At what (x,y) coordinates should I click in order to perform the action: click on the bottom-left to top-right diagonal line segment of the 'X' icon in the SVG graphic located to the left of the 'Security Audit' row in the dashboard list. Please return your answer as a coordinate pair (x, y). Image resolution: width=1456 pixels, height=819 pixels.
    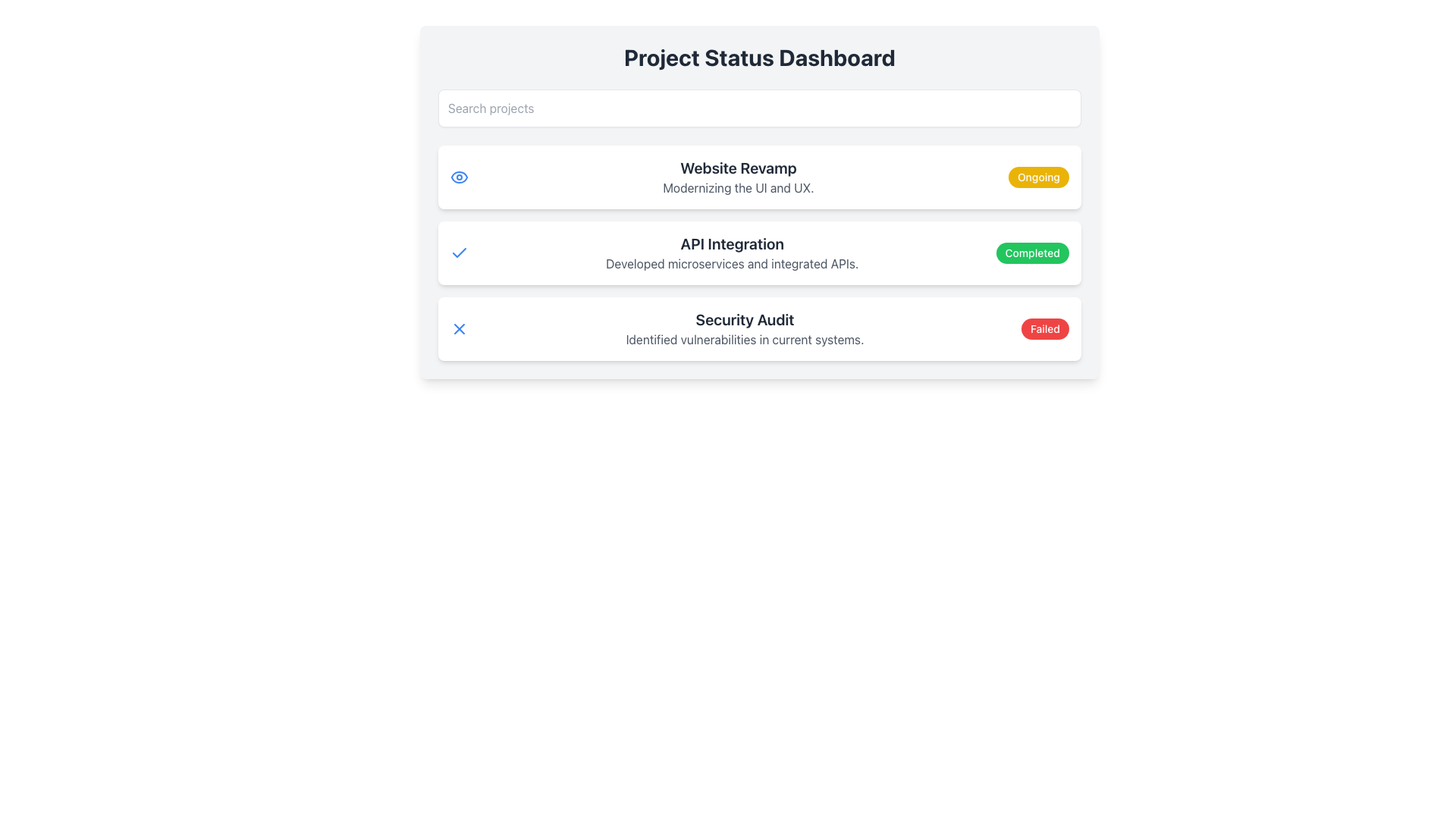
    Looking at the image, I should click on (458, 328).